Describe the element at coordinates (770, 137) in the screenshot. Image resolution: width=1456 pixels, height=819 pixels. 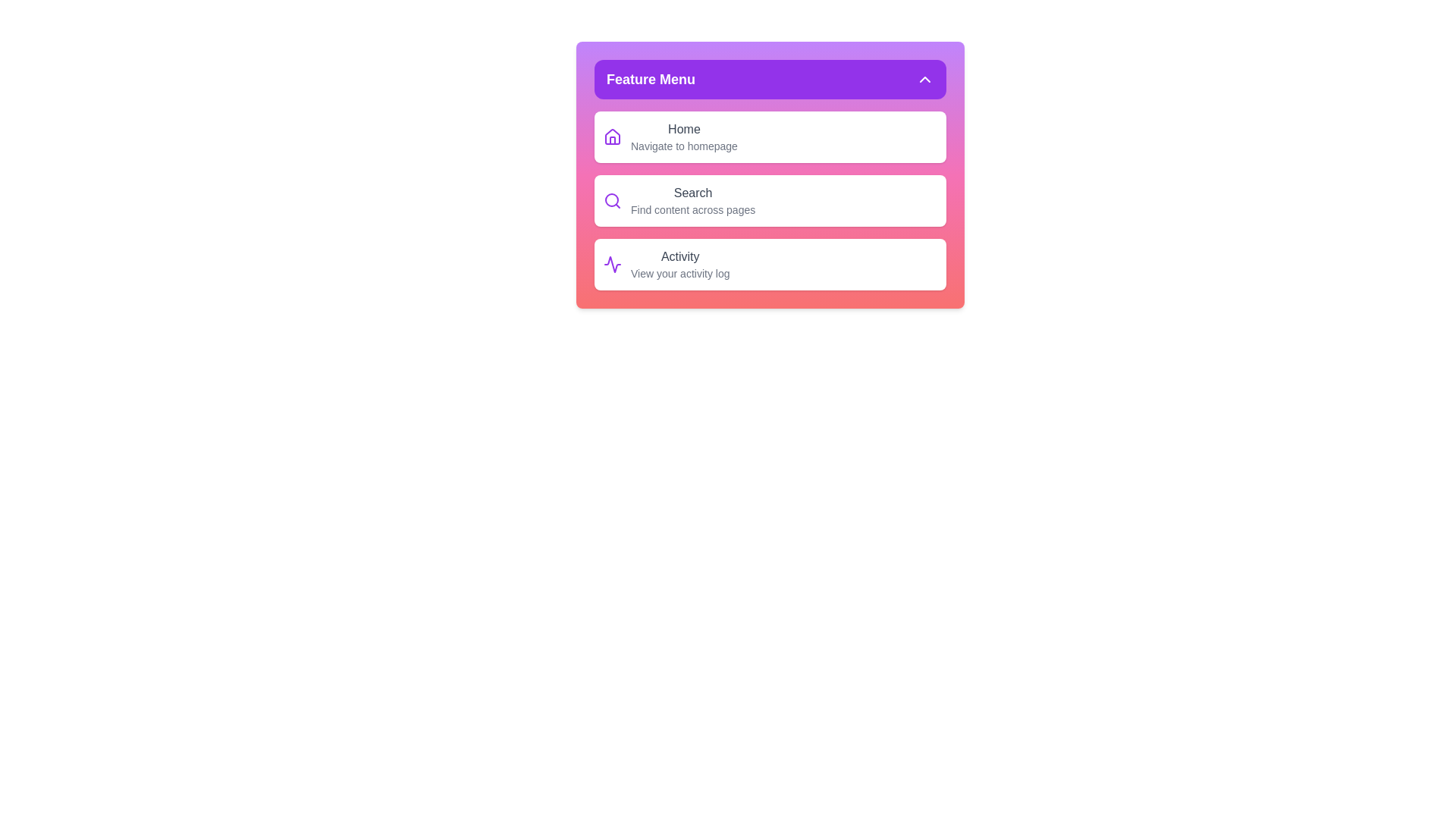
I see `the menu item Home to view its hover effect` at that location.